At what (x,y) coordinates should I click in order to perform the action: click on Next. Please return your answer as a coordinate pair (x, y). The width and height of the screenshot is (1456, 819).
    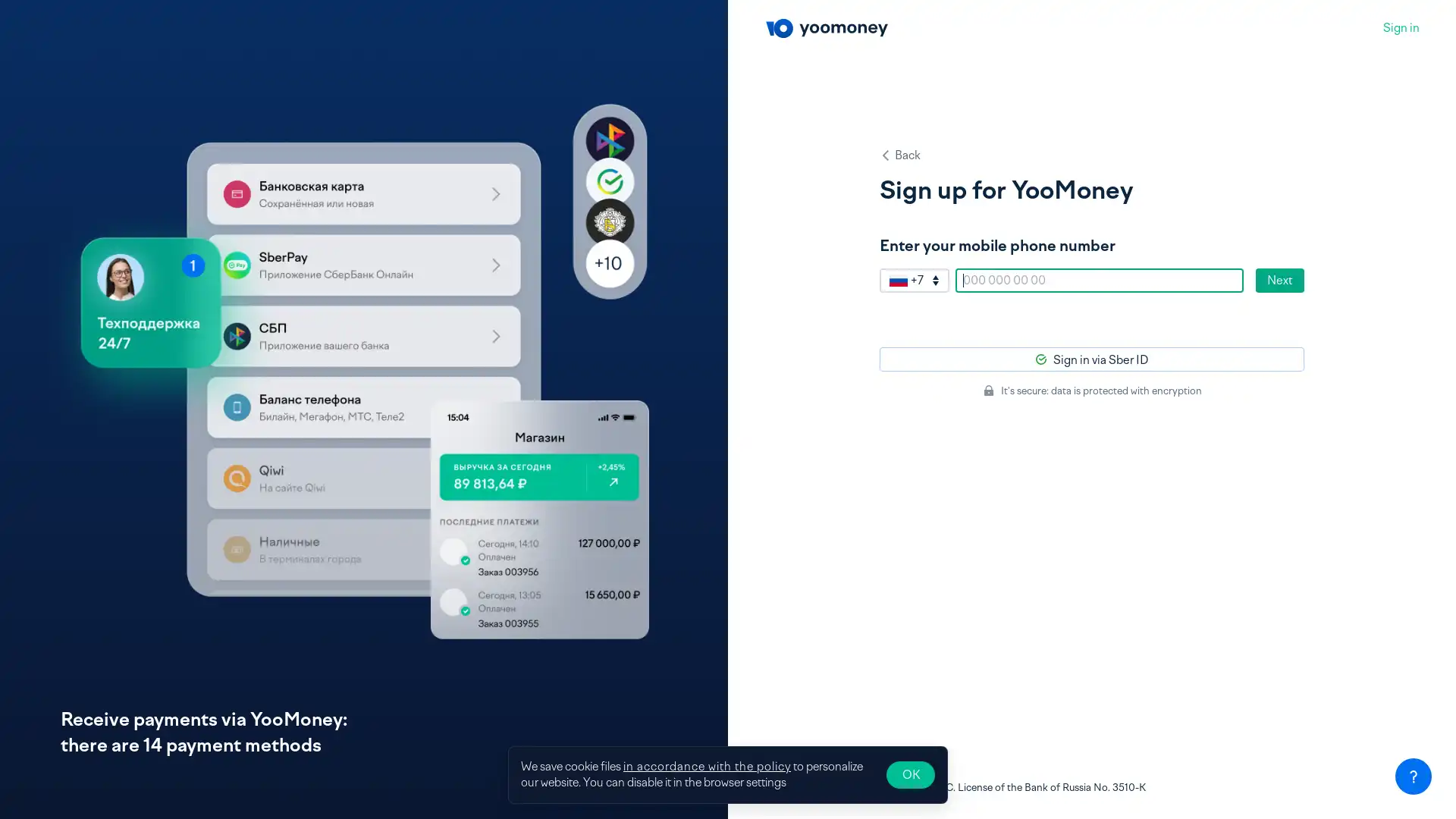
    Looking at the image, I should click on (1279, 281).